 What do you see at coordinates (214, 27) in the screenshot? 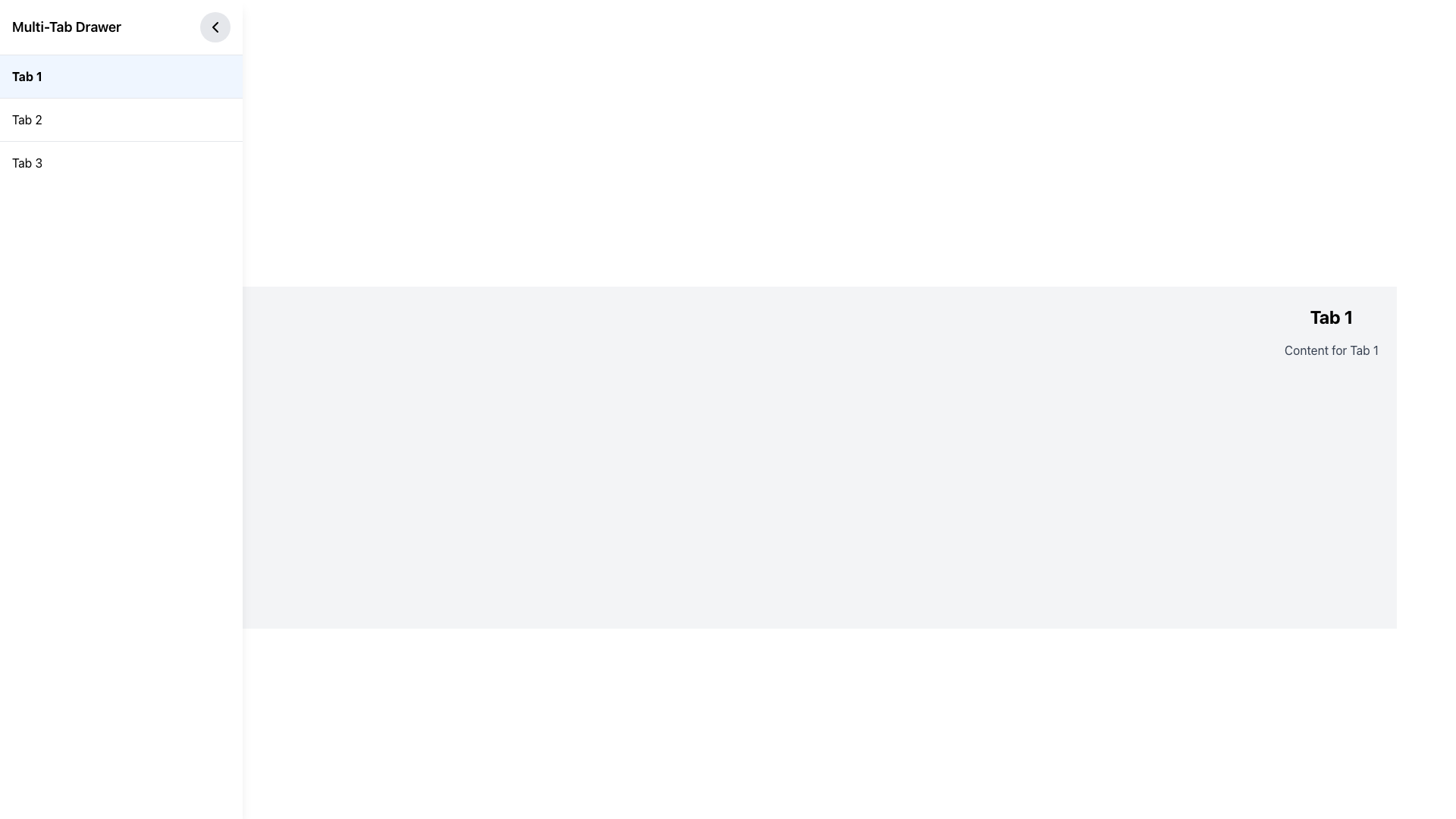
I see `the left-pointing chevron icon, which is styled with a black outline and located within a circular button with a light gray background, positioned at the top-left side of the interface adjacent to the 'Multi-Tab Drawer' label` at bounding box center [214, 27].